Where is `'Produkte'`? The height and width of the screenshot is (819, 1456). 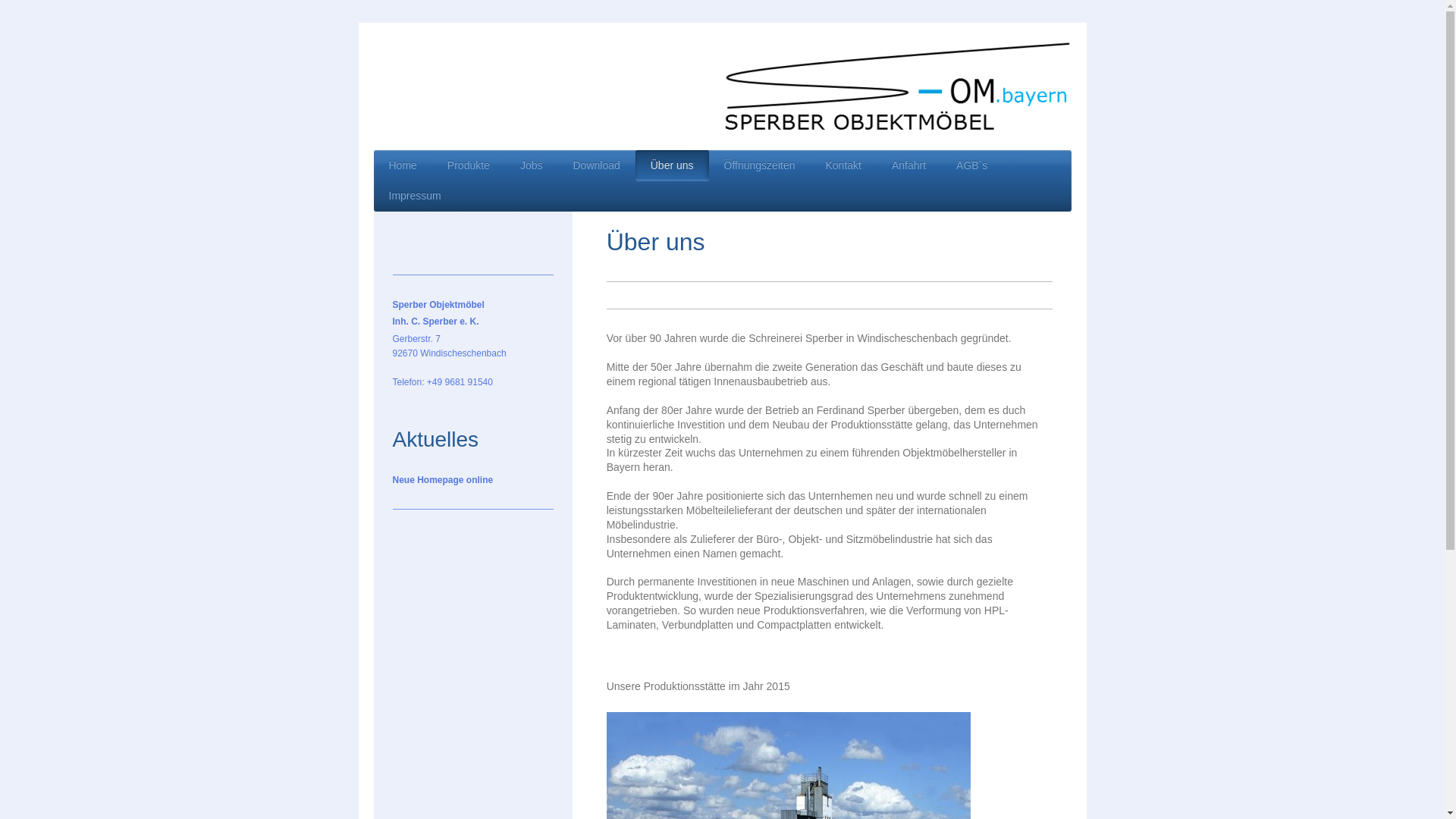 'Produkte' is located at coordinates (468, 165).